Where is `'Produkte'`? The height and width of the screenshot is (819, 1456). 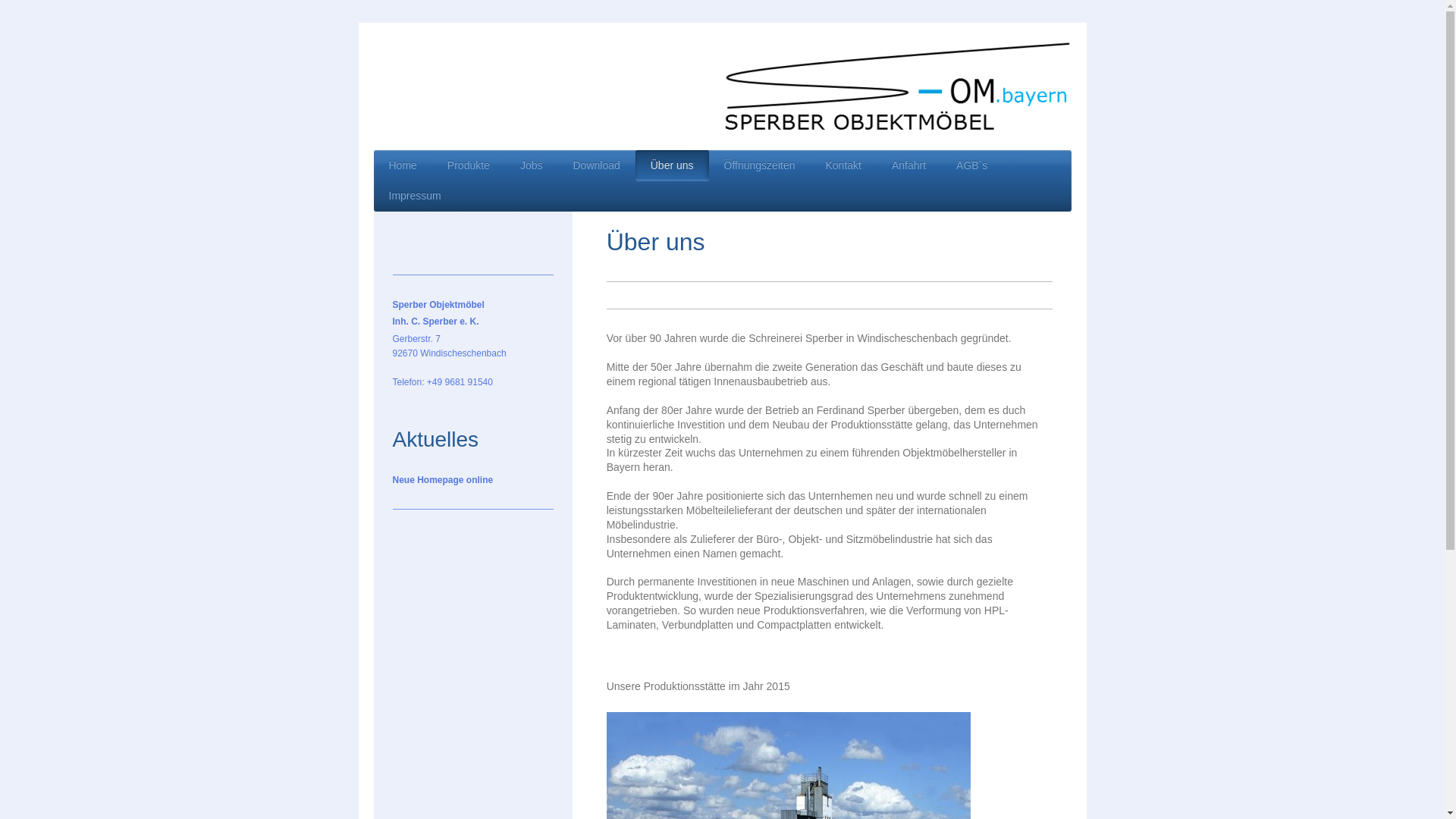 'Produkte' is located at coordinates (468, 165).